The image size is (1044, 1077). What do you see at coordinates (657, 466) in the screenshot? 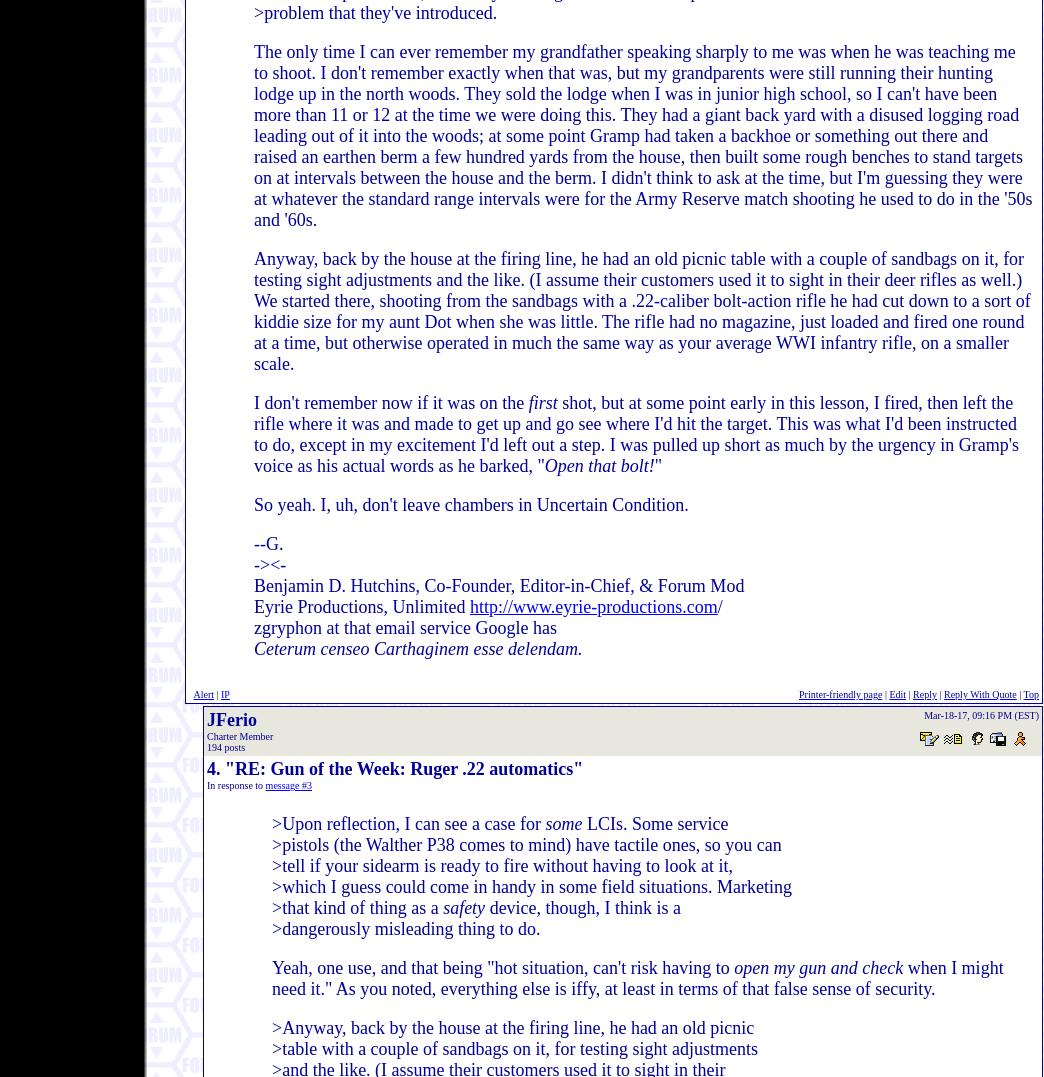
I see `'"'` at bounding box center [657, 466].